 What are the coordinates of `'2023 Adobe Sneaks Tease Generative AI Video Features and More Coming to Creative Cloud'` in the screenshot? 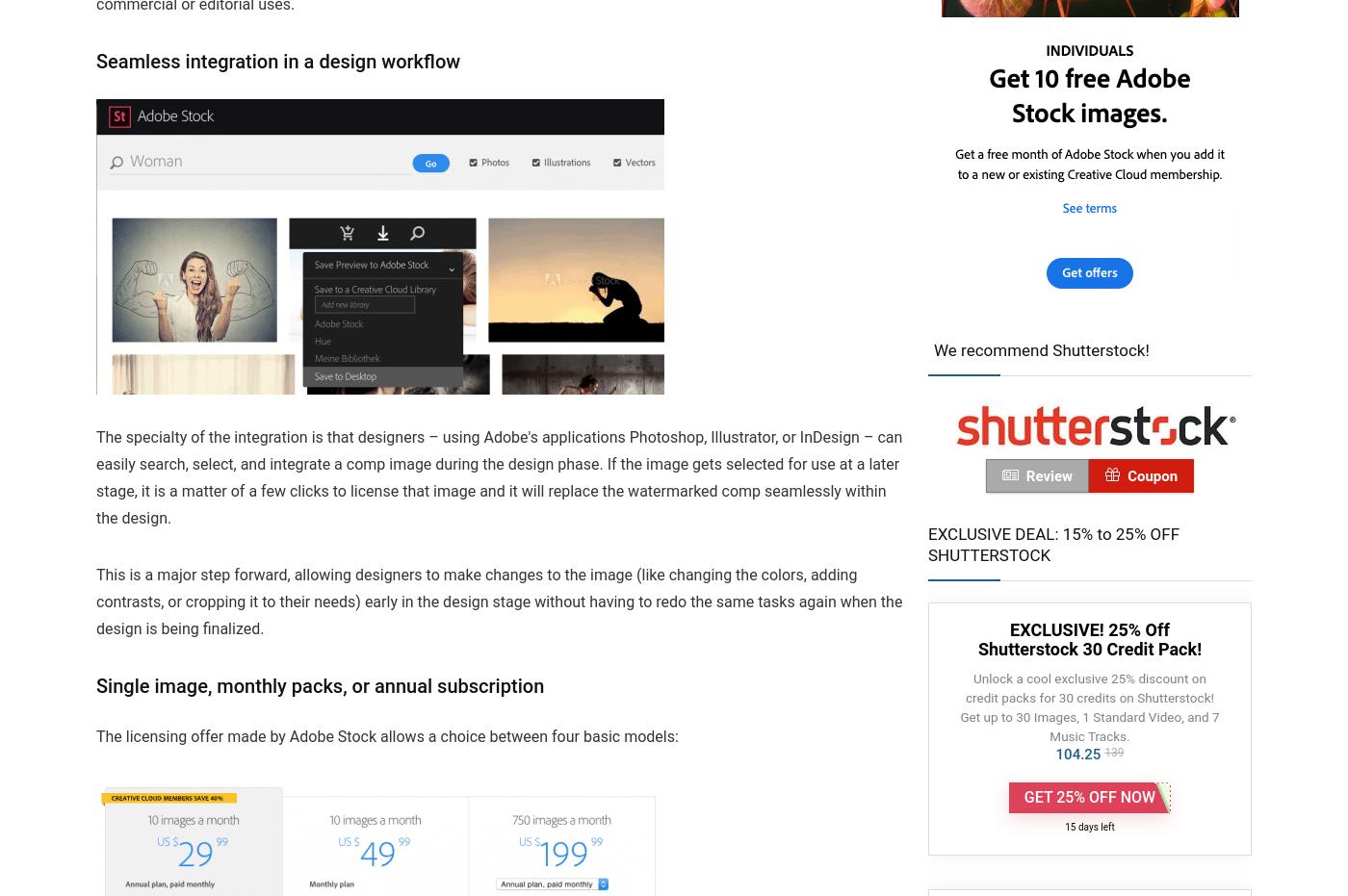 It's located at (808, 56).